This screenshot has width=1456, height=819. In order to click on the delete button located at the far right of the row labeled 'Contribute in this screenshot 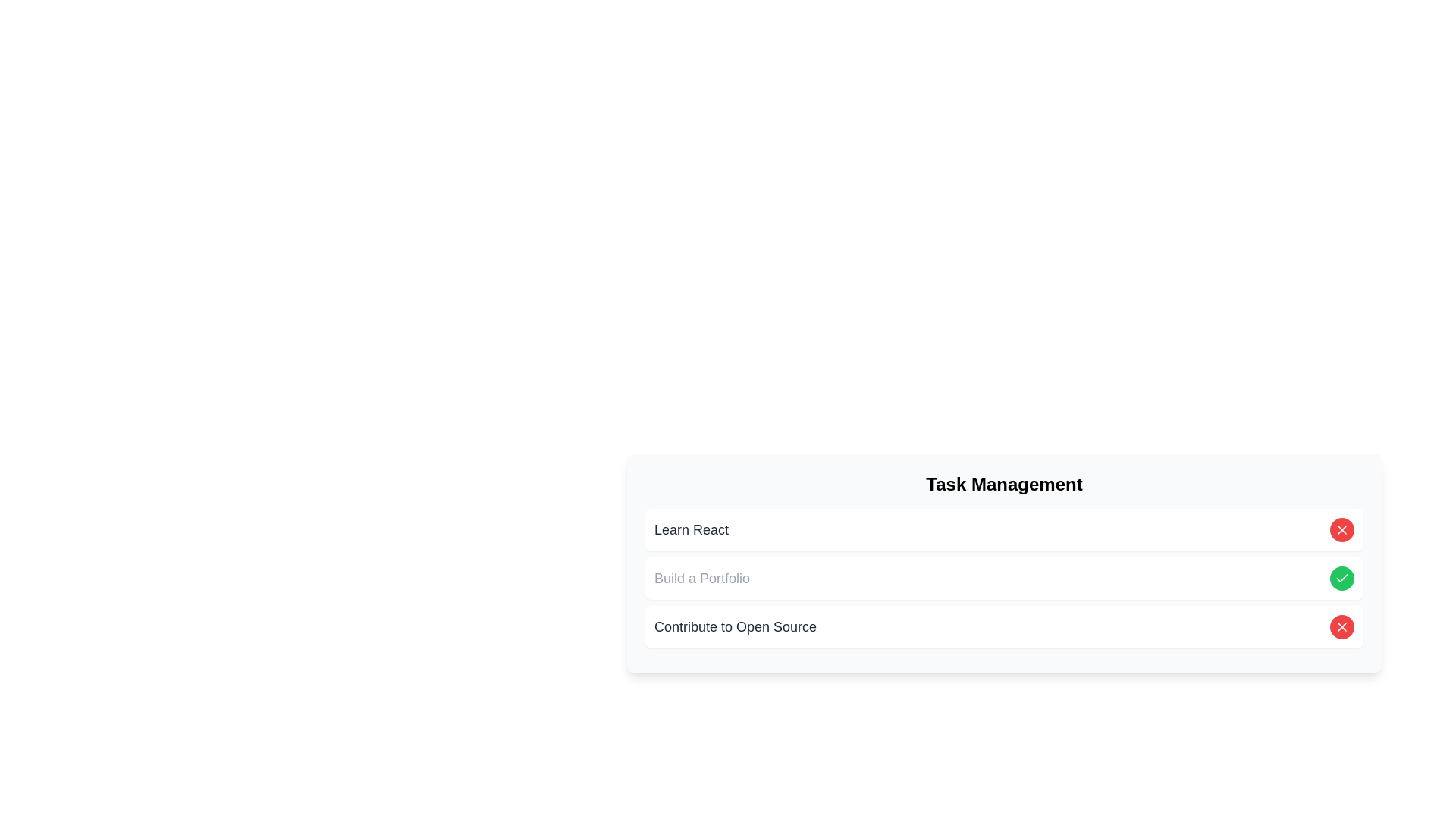, I will do `click(1342, 626)`.